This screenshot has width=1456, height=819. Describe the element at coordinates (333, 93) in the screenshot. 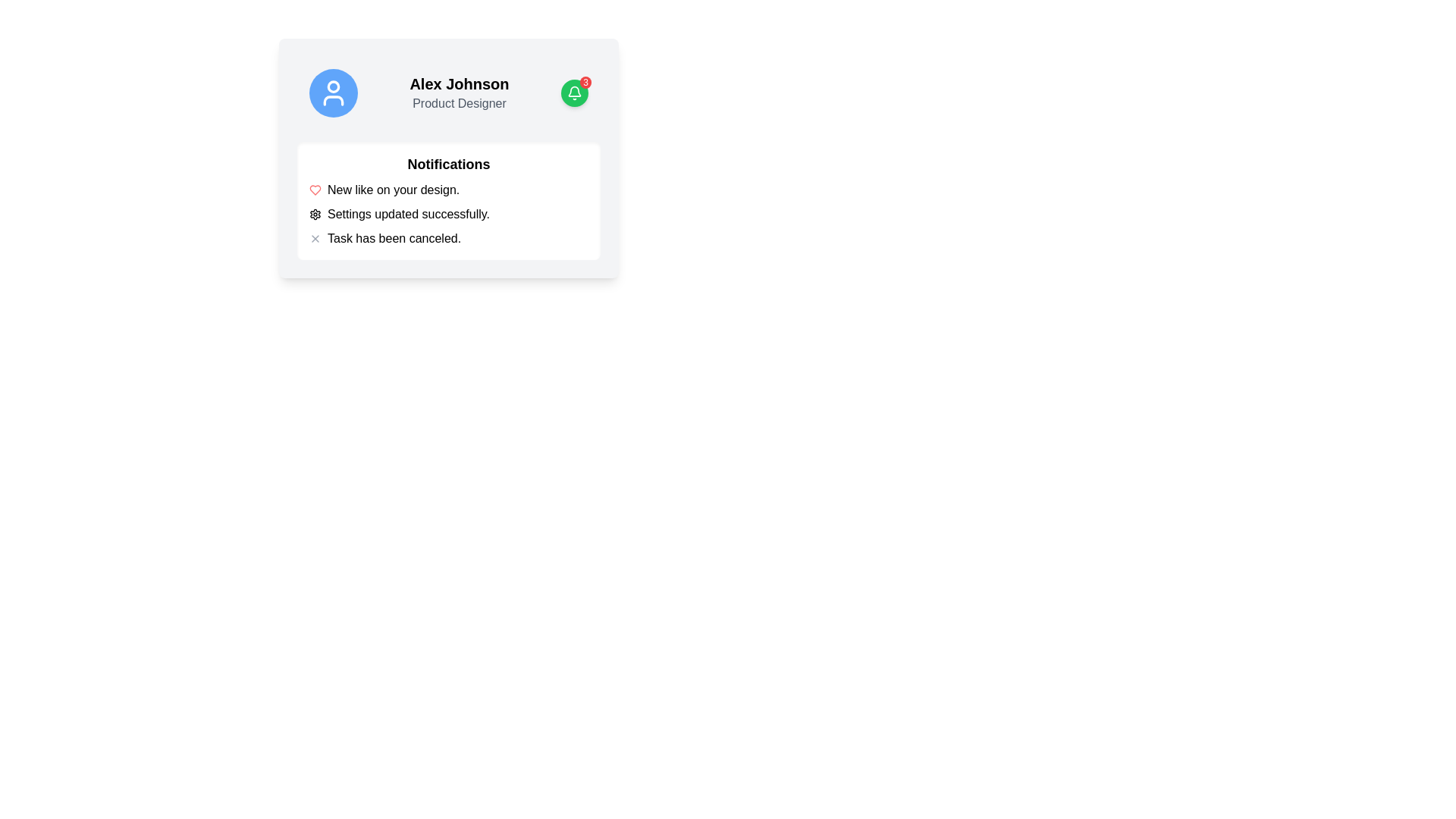

I see `the Profile Icon located in the top-left corner of the user profile card layout` at that location.